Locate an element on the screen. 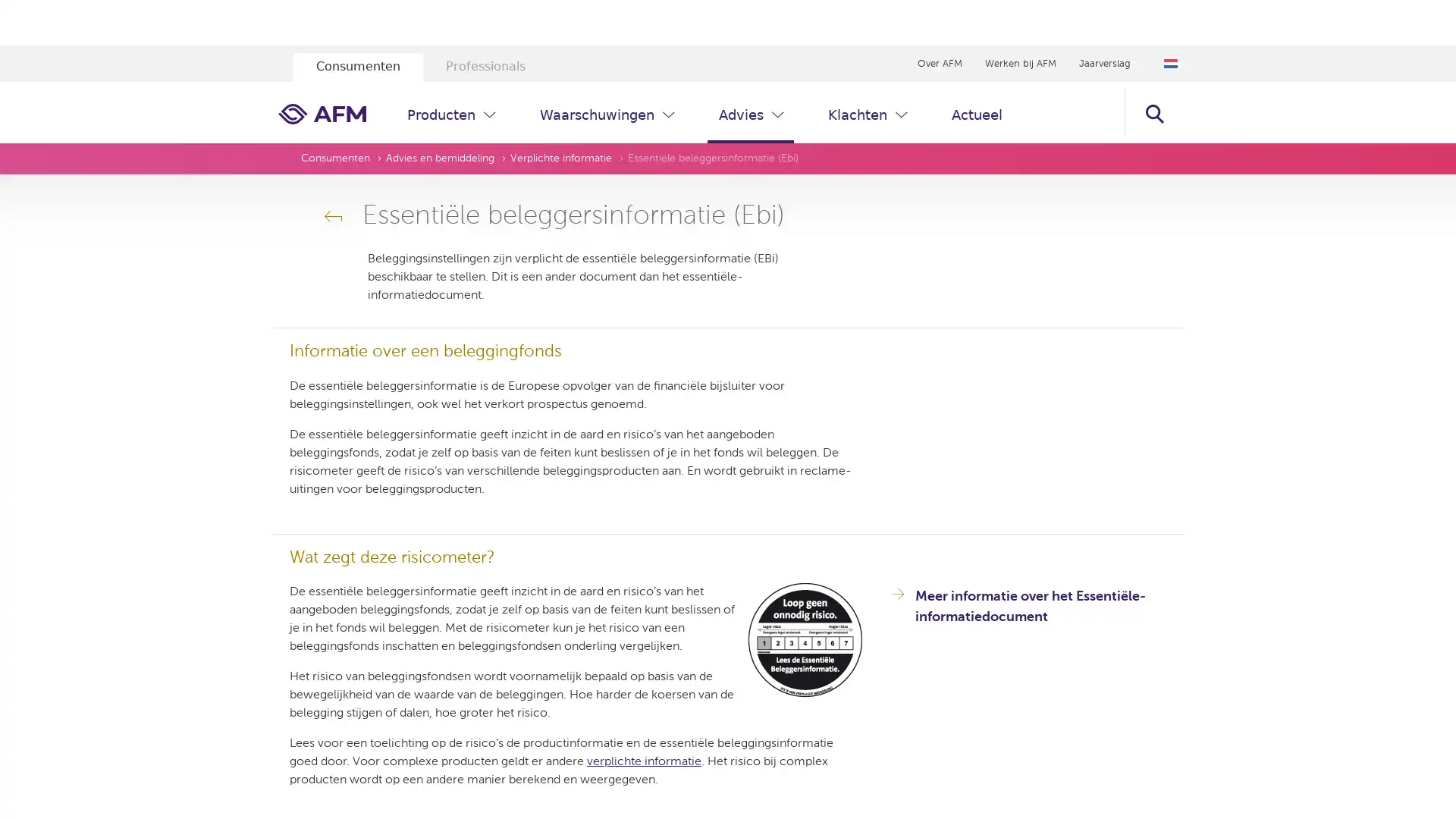 The image size is (1456, 819). Zoeken is located at coordinates (919, 66).